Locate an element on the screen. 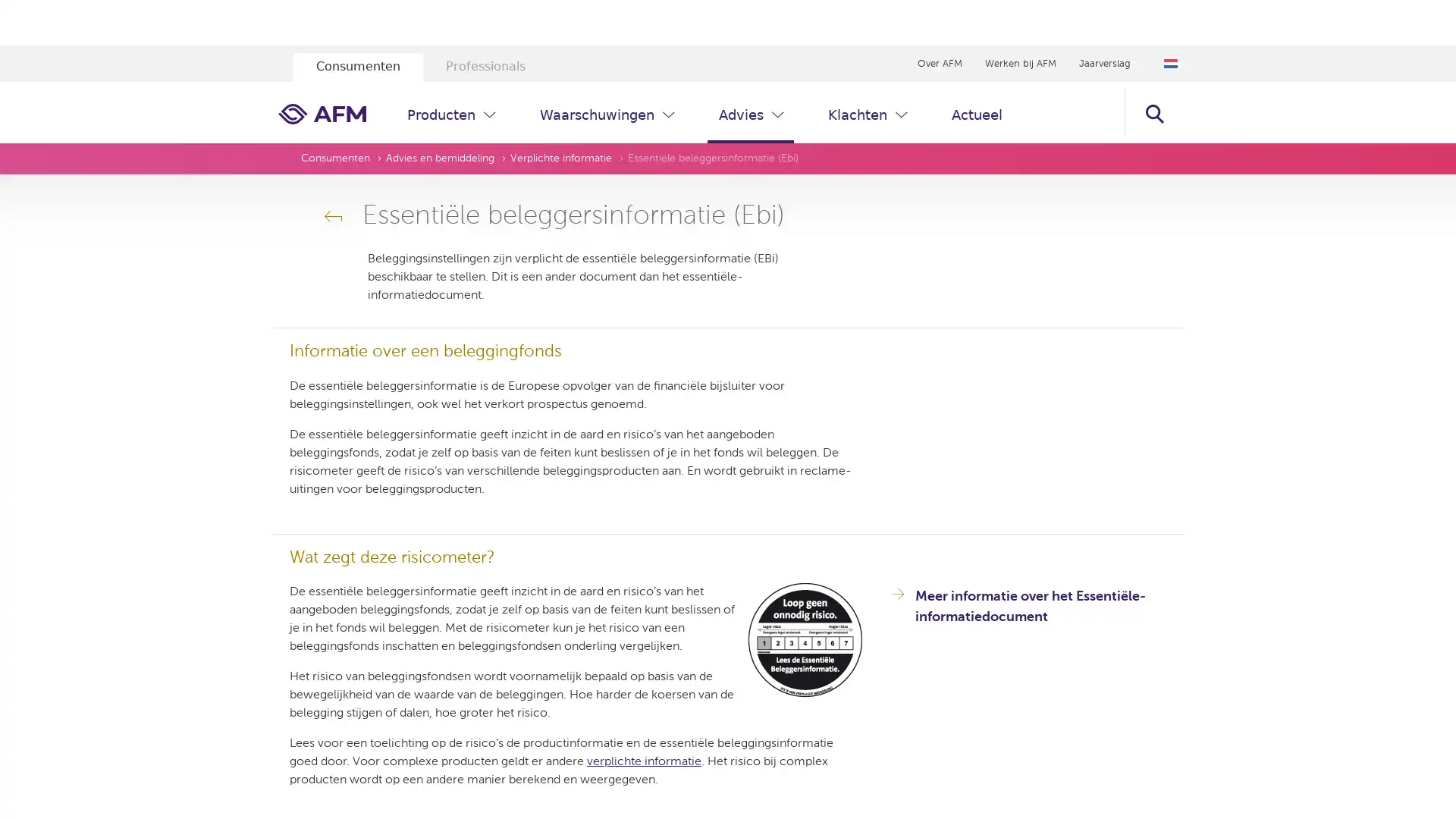 The image size is (1456, 819). Zoeken is located at coordinates (919, 66).